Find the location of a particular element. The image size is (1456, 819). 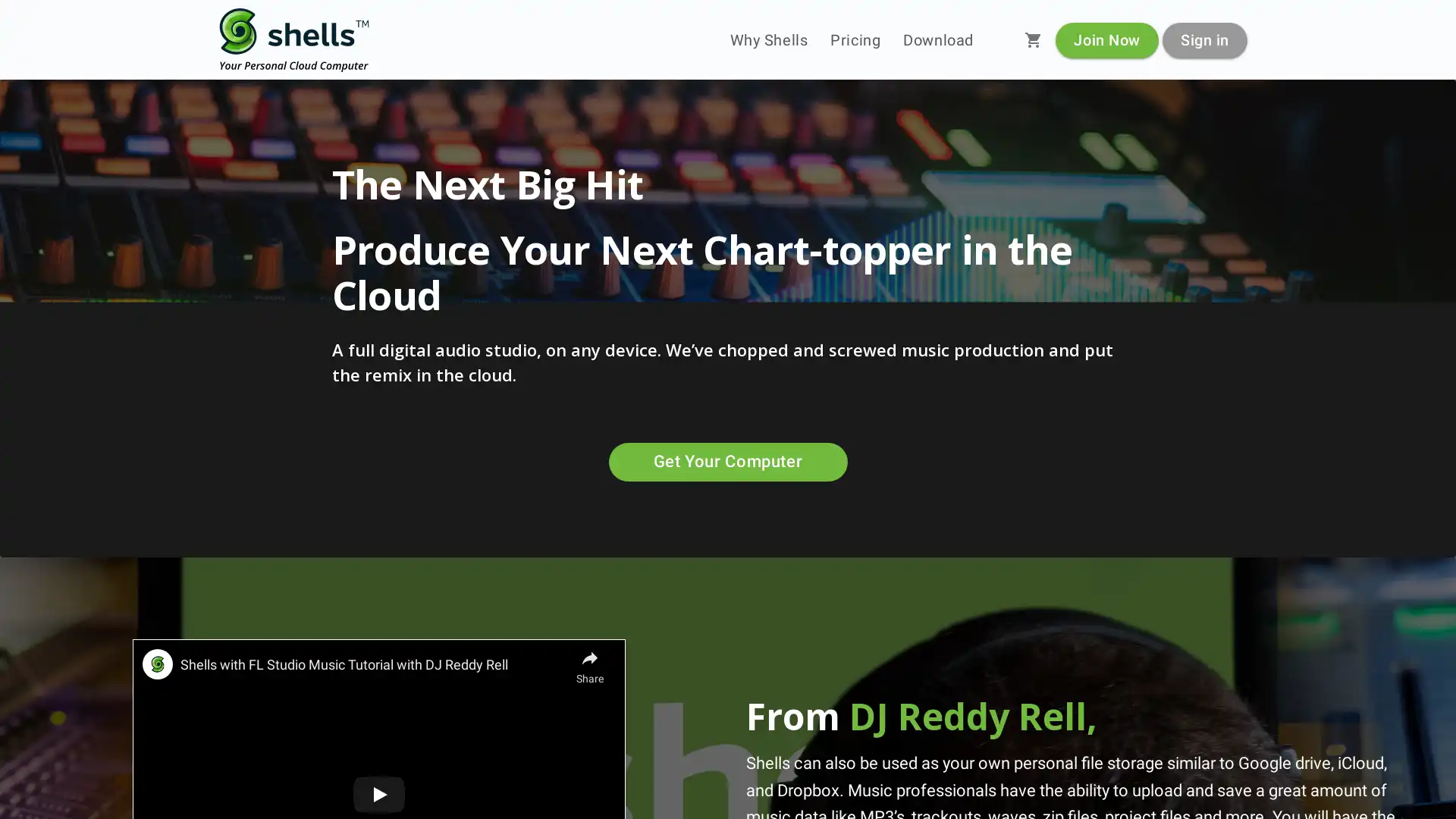

Download is located at coordinates (937, 39).